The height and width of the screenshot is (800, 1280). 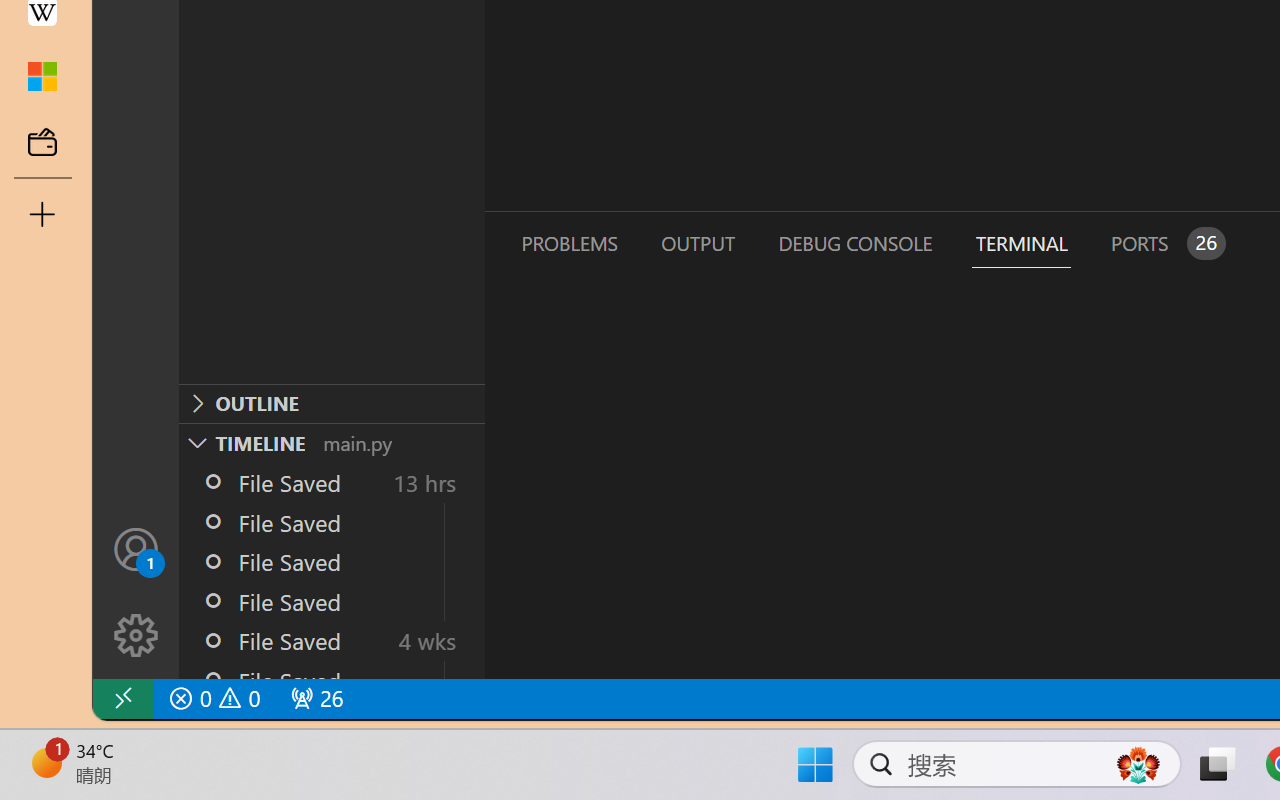 What do you see at coordinates (1165, 242) in the screenshot?
I see `'Ports - 26 forwarded ports'` at bounding box center [1165, 242].